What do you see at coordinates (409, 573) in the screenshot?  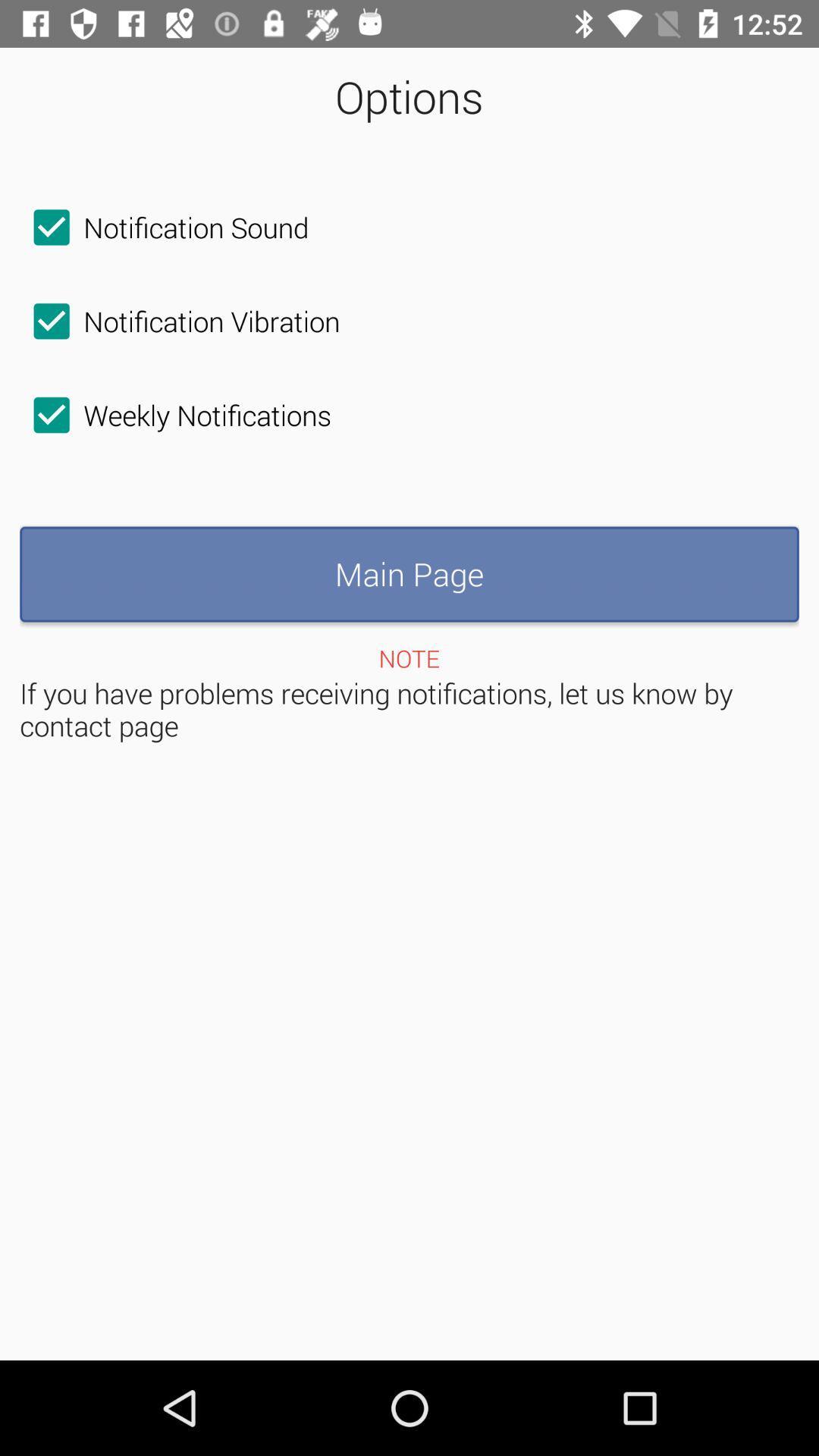 I see `icon above note` at bounding box center [409, 573].